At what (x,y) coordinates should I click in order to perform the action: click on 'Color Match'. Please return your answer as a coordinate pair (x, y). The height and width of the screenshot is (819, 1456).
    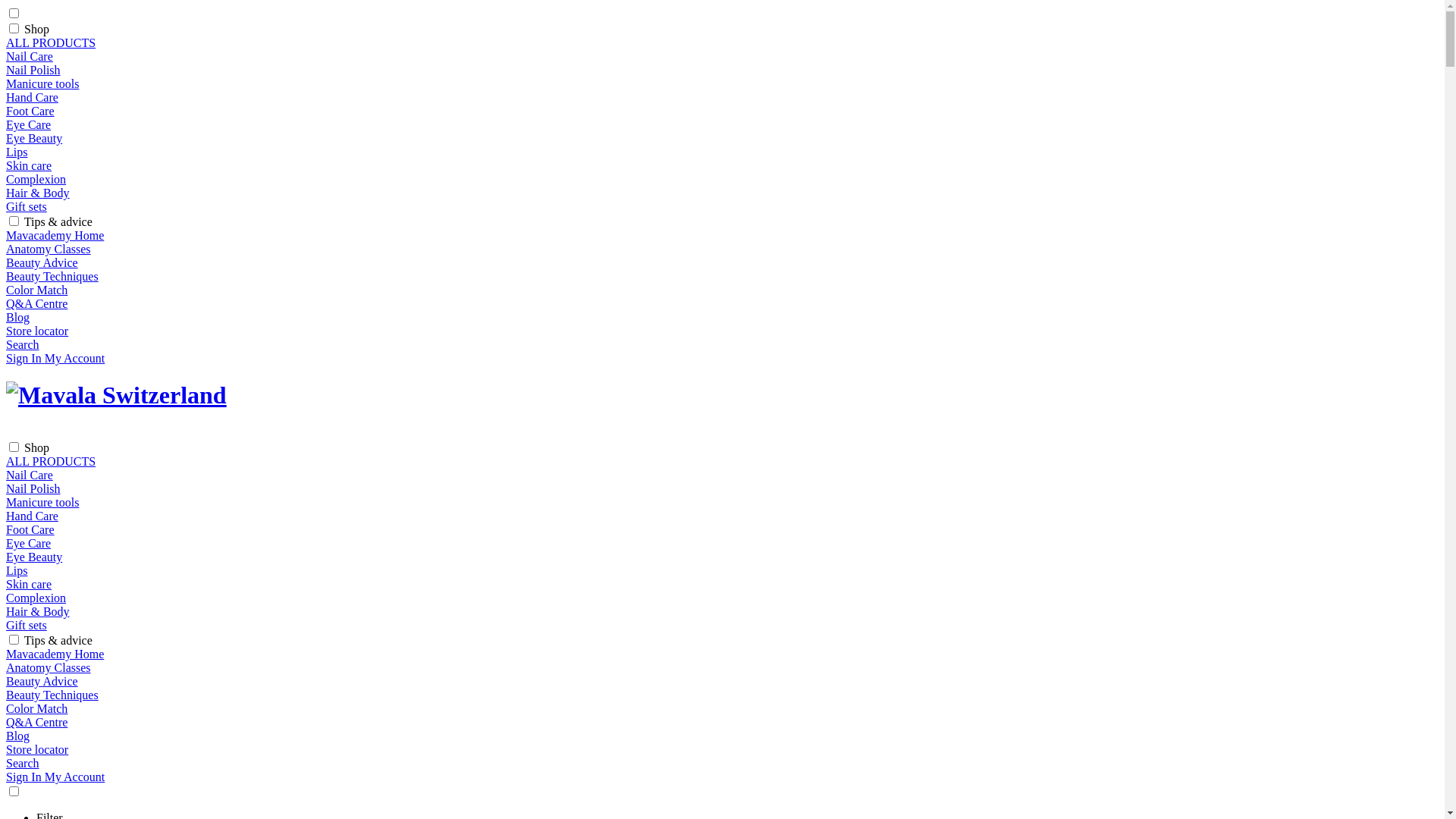
    Looking at the image, I should click on (36, 290).